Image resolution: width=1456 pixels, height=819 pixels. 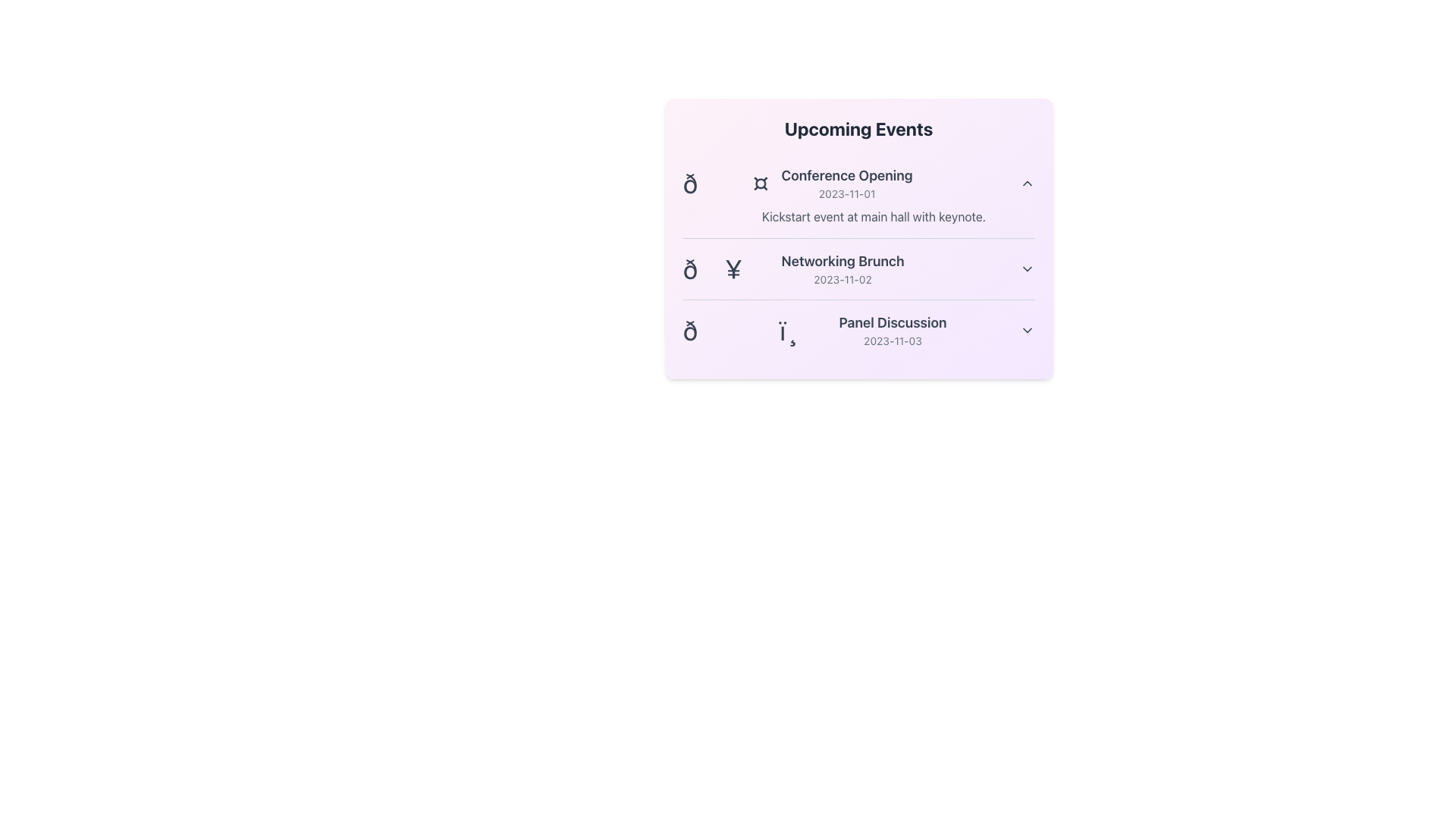 I want to click on date text element displaying '2023-11-03', which is located beneath the title 'Panel Discussion' in the events list, so click(x=893, y=341).